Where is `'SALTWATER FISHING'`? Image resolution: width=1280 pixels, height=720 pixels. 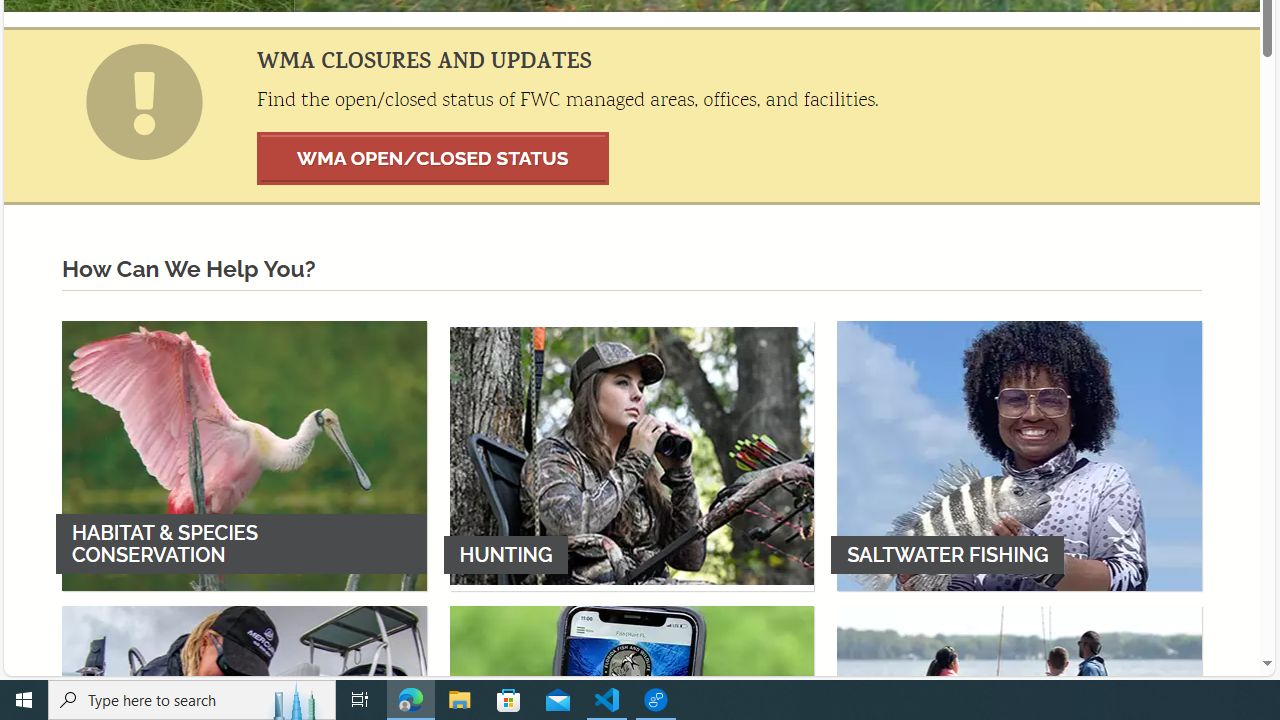 'SALTWATER FISHING' is located at coordinates (1019, 455).